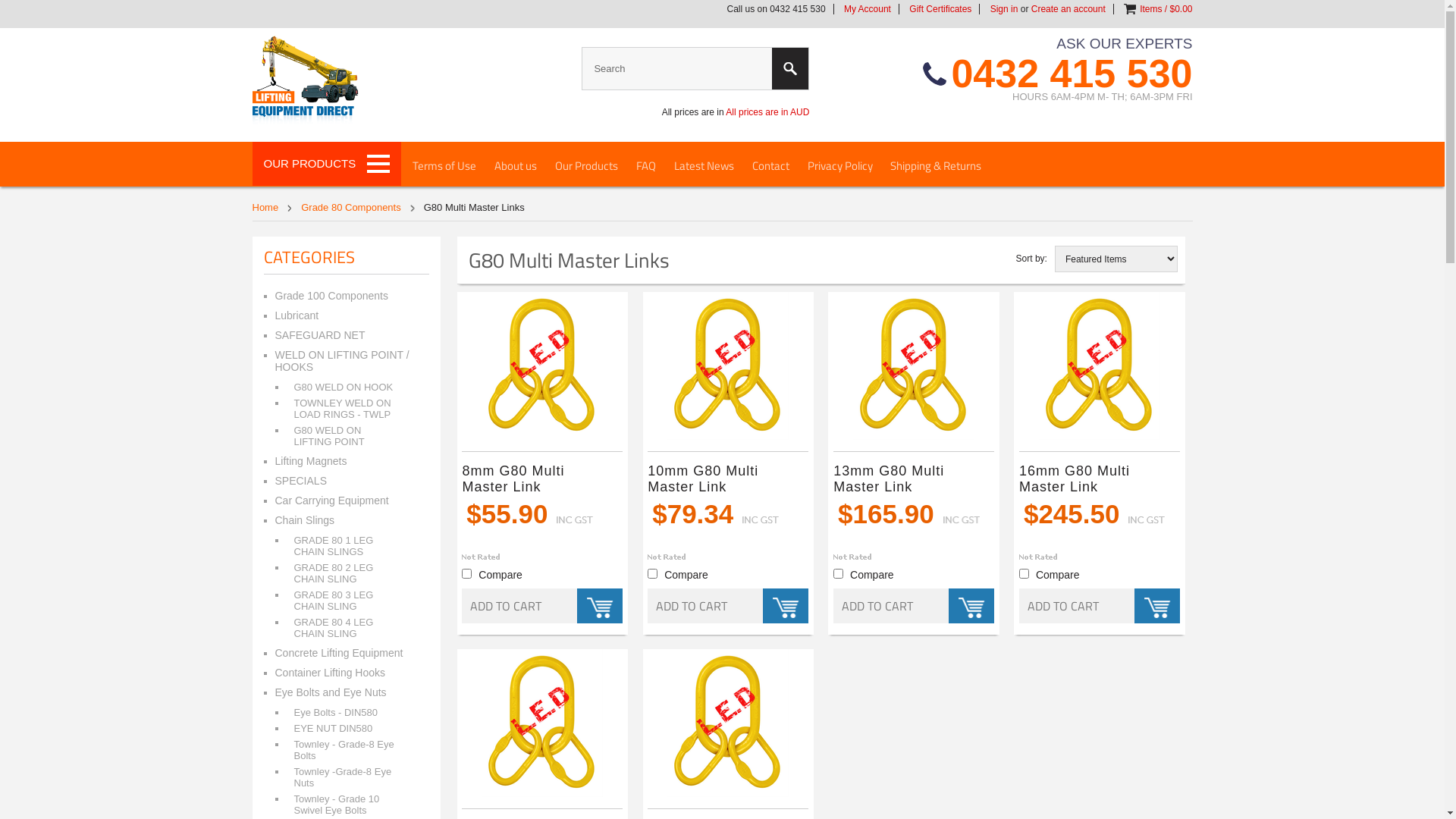  What do you see at coordinates (443, 165) in the screenshot?
I see `'Terms of Use'` at bounding box center [443, 165].